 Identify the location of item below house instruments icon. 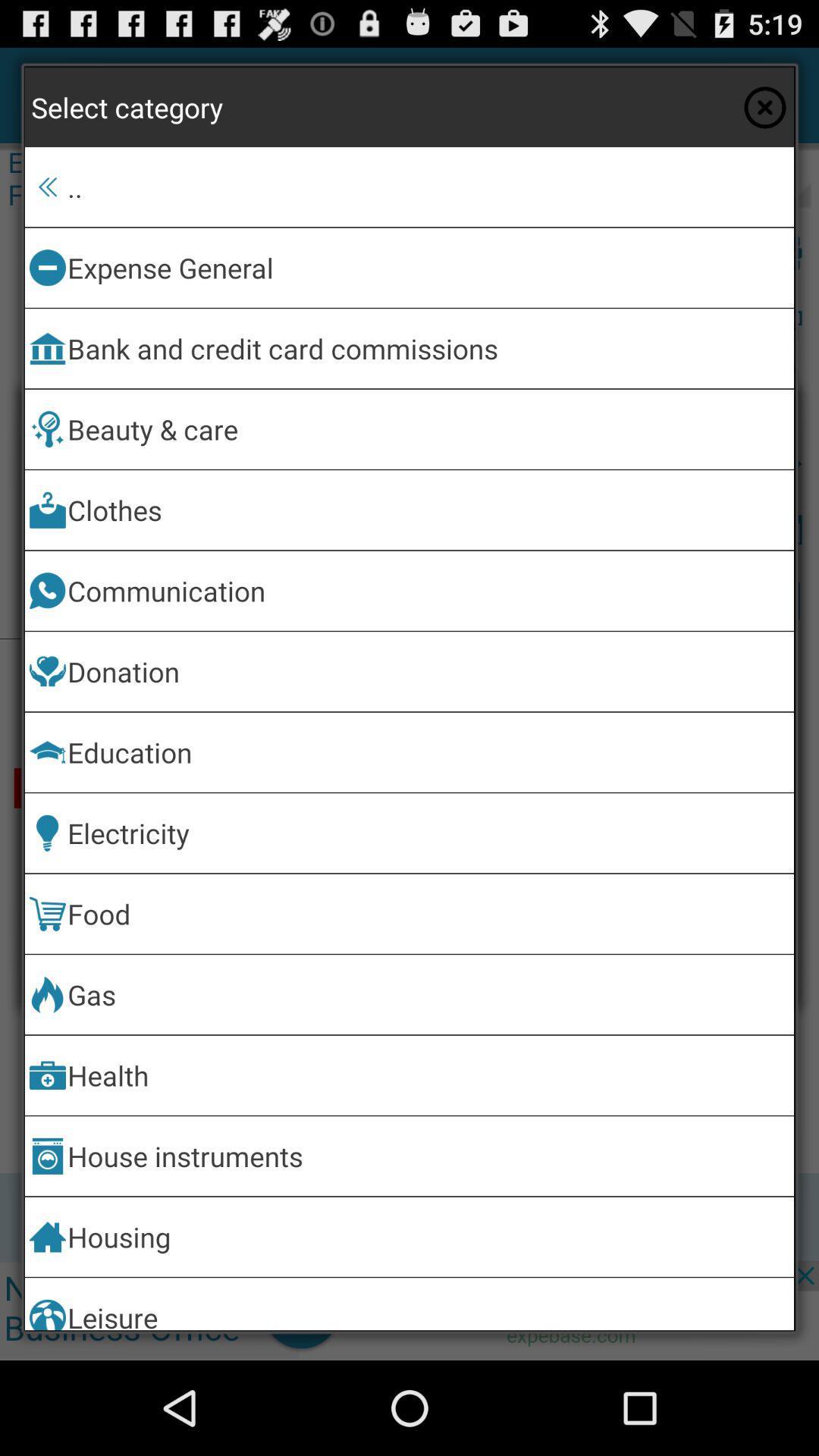
(428, 1237).